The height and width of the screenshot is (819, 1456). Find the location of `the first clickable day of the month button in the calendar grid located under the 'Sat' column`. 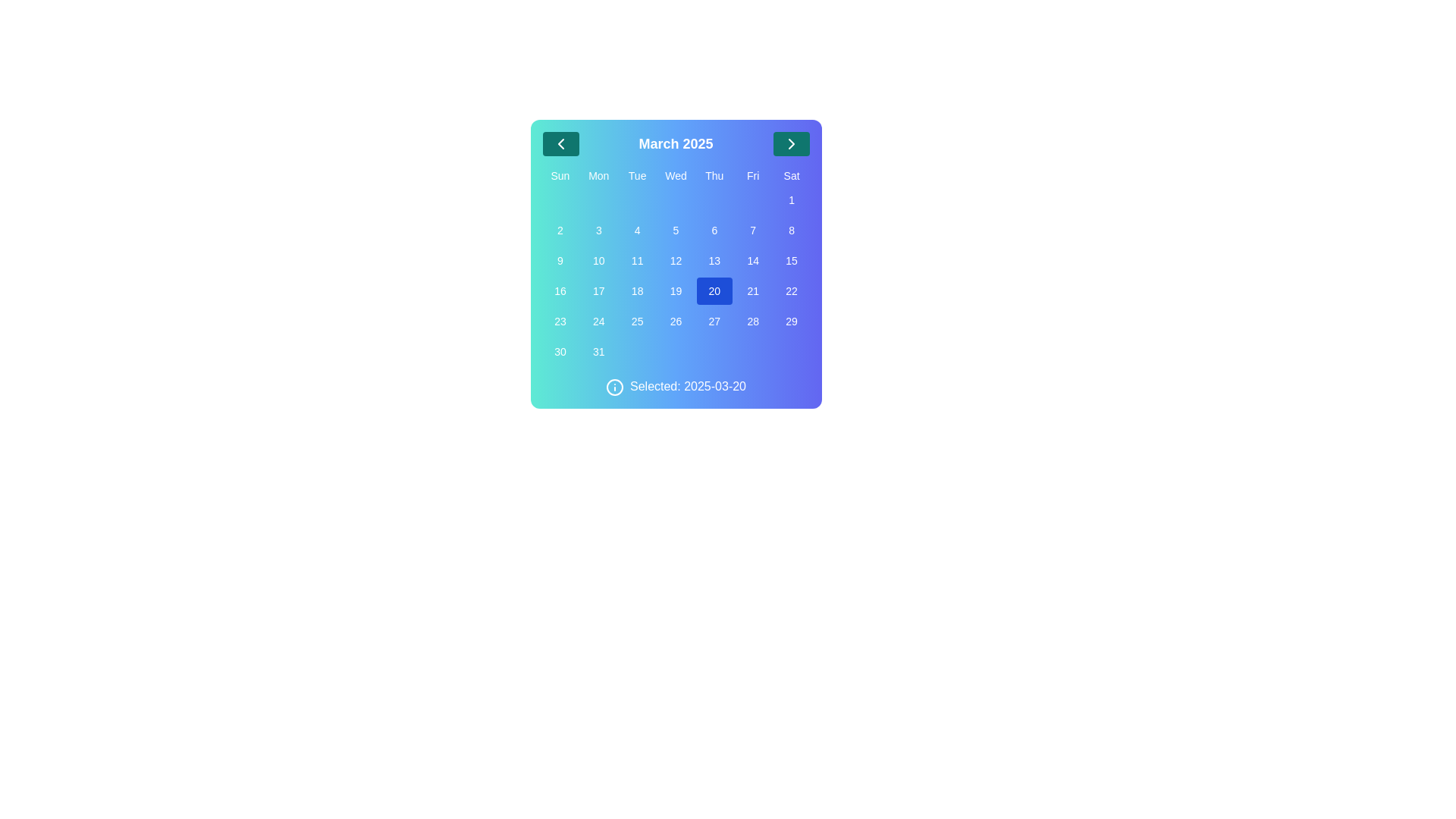

the first clickable day of the month button in the calendar grid located under the 'Sat' column is located at coordinates (791, 199).